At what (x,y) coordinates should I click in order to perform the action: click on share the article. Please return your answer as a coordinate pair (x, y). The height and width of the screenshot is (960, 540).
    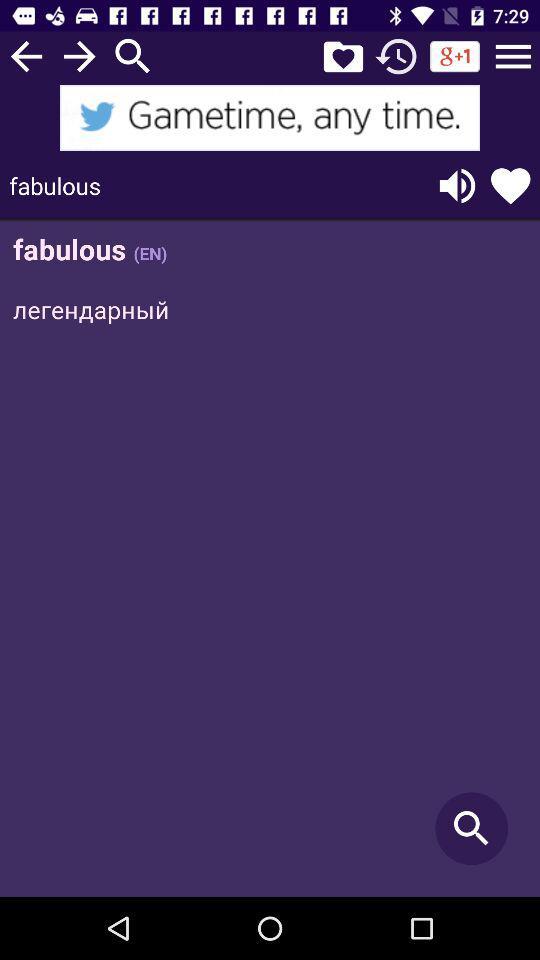
    Looking at the image, I should click on (270, 117).